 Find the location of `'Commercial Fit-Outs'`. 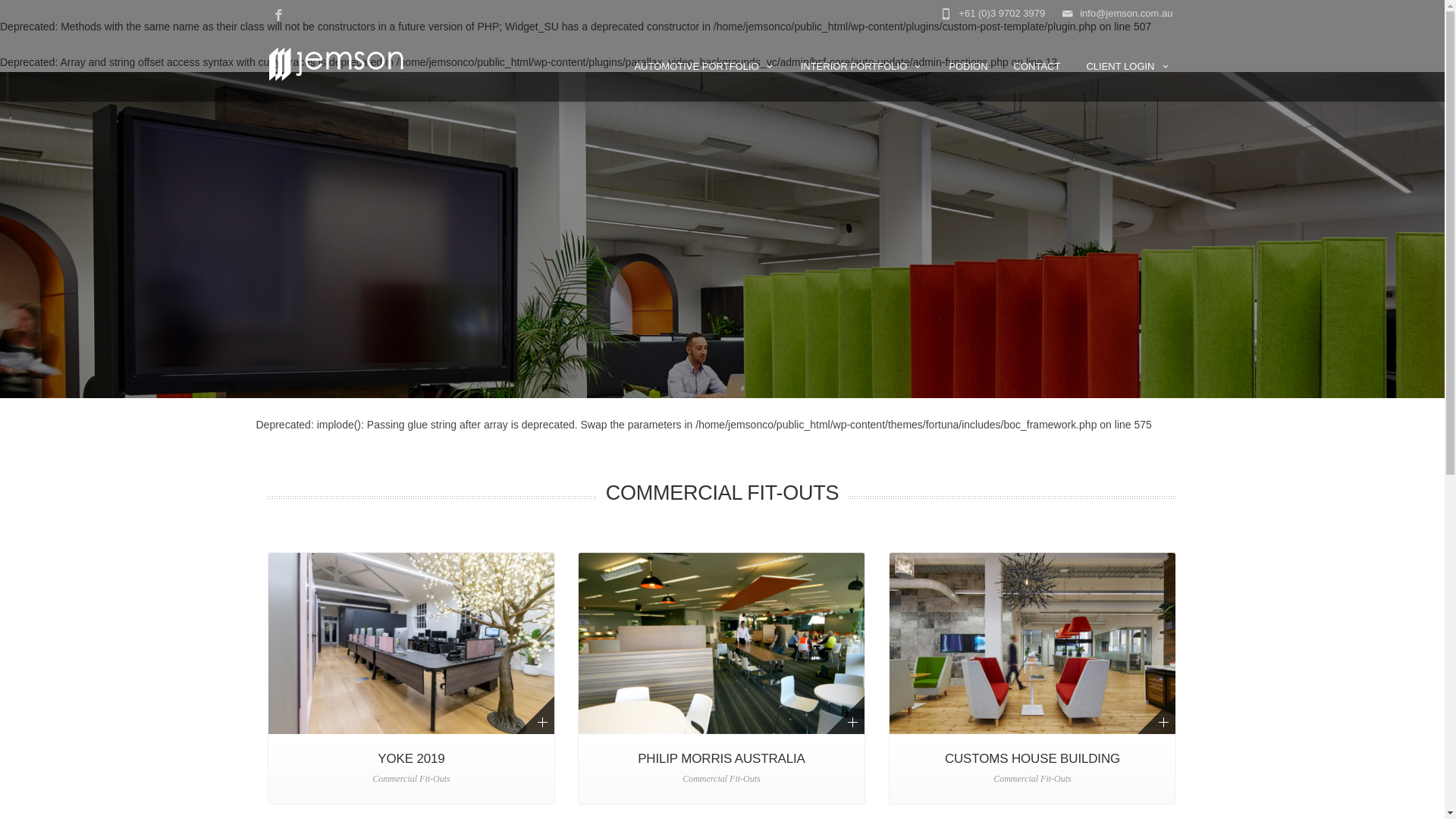

'Commercial Fit-Outs' is located at coordinates (658, 695).